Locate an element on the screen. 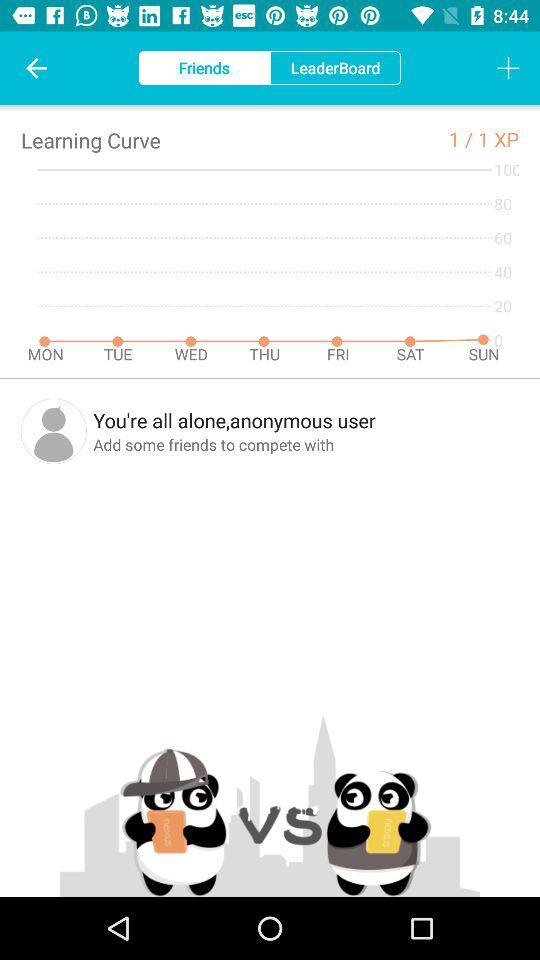 This screenshot has width=540, height=960. the icon next to the learning curve is located at coordinates (463, 138).